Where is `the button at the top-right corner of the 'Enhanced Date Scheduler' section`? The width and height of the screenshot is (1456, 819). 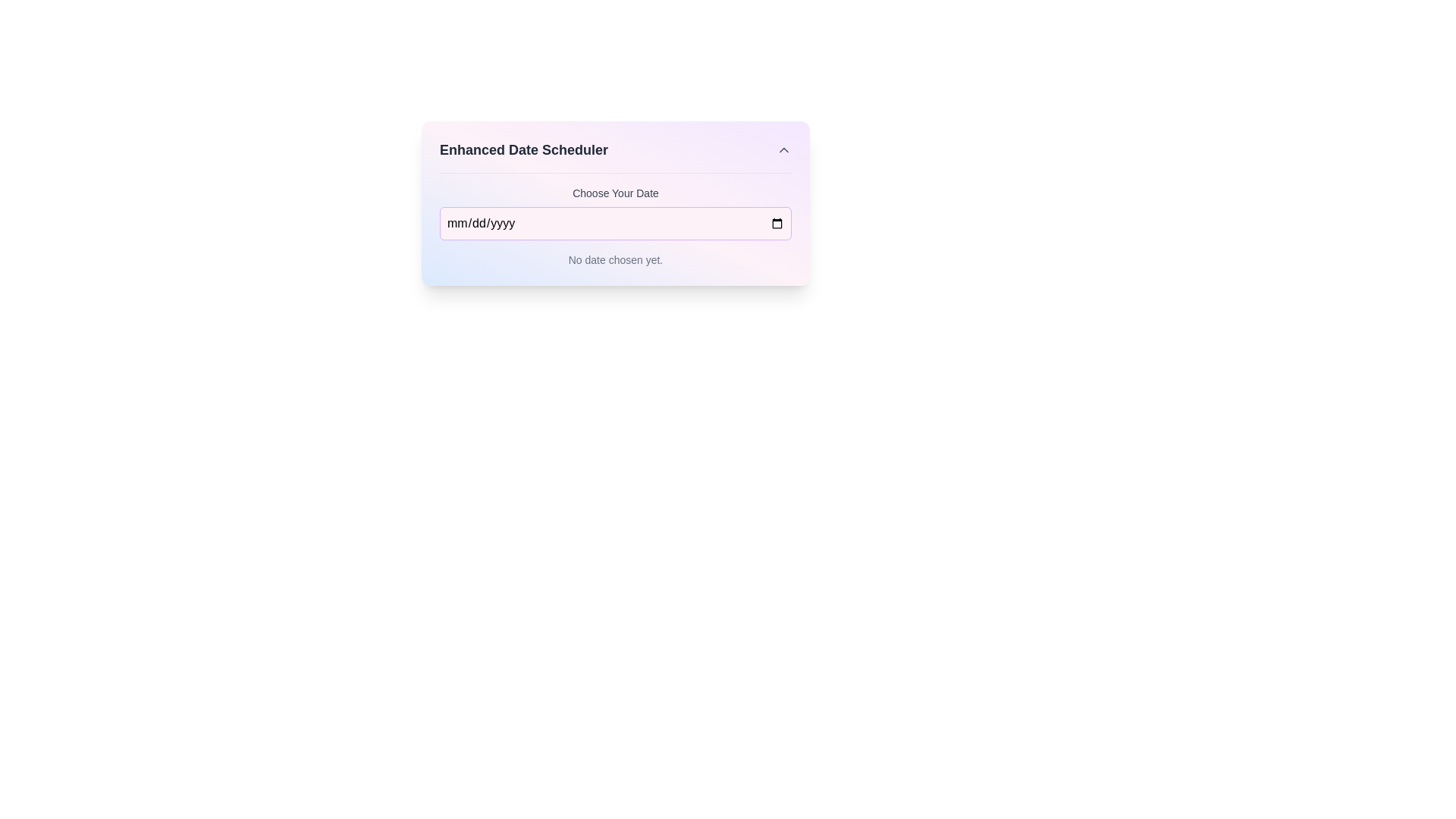
the button at the top-right corner of the 'Enhanced Date Scheduler' section is located at coordinates (783, 149).